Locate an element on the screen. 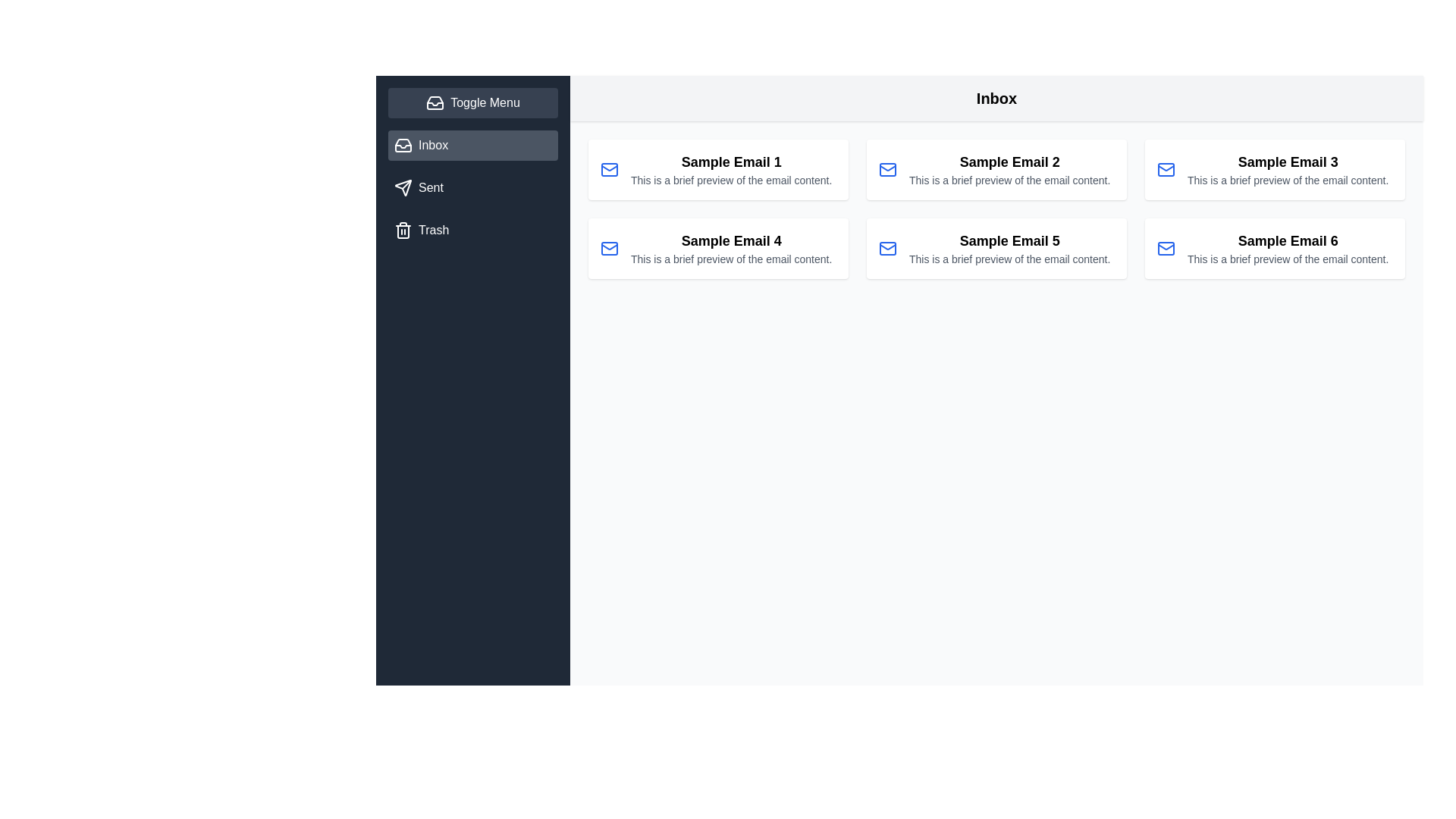 The image size is (1456, 819). text displayed in the header indicating the current section of the 'Inbox' is located at coordinates (996, 99).